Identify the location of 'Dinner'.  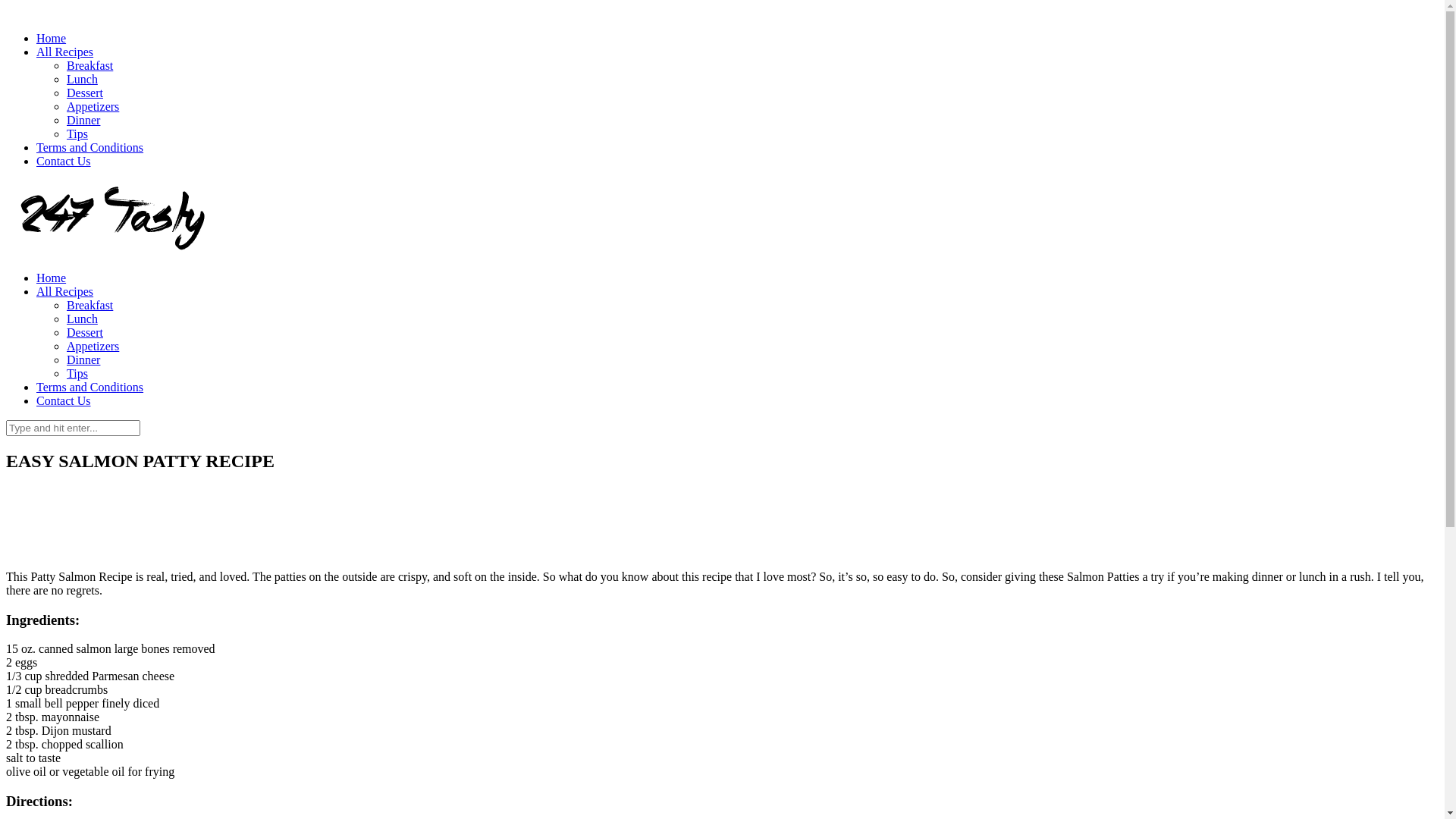
(83, 359).